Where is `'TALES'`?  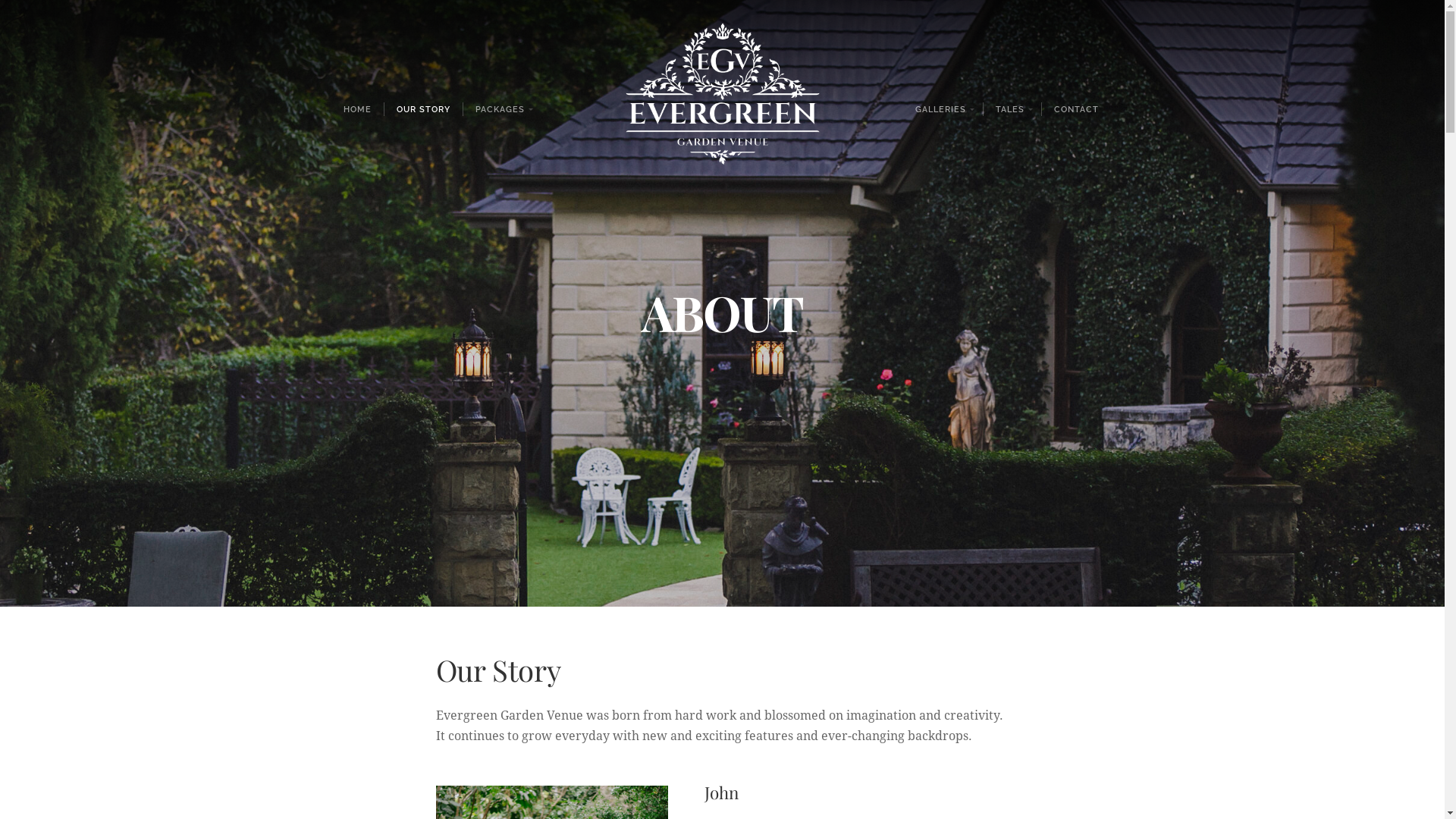 'TALES' is located at coordinates (1012, 108).